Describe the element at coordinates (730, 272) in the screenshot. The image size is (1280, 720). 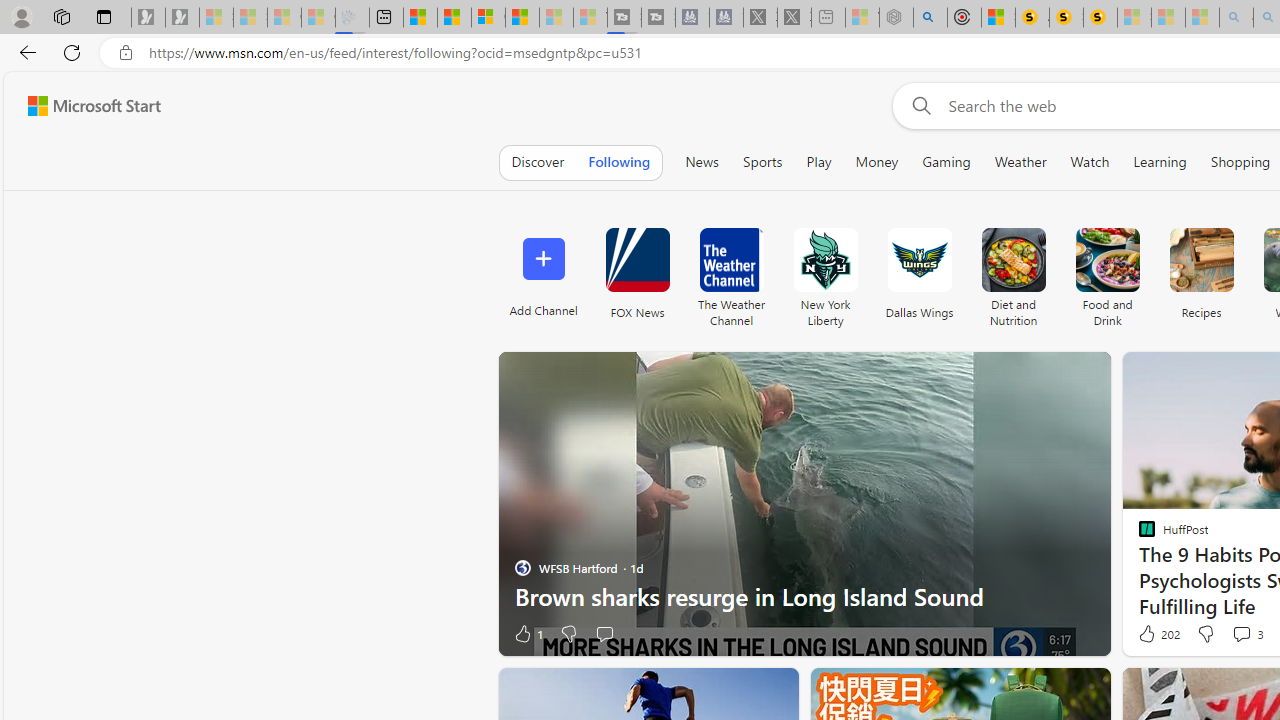
I see `'The Weather Channel'` at that location.